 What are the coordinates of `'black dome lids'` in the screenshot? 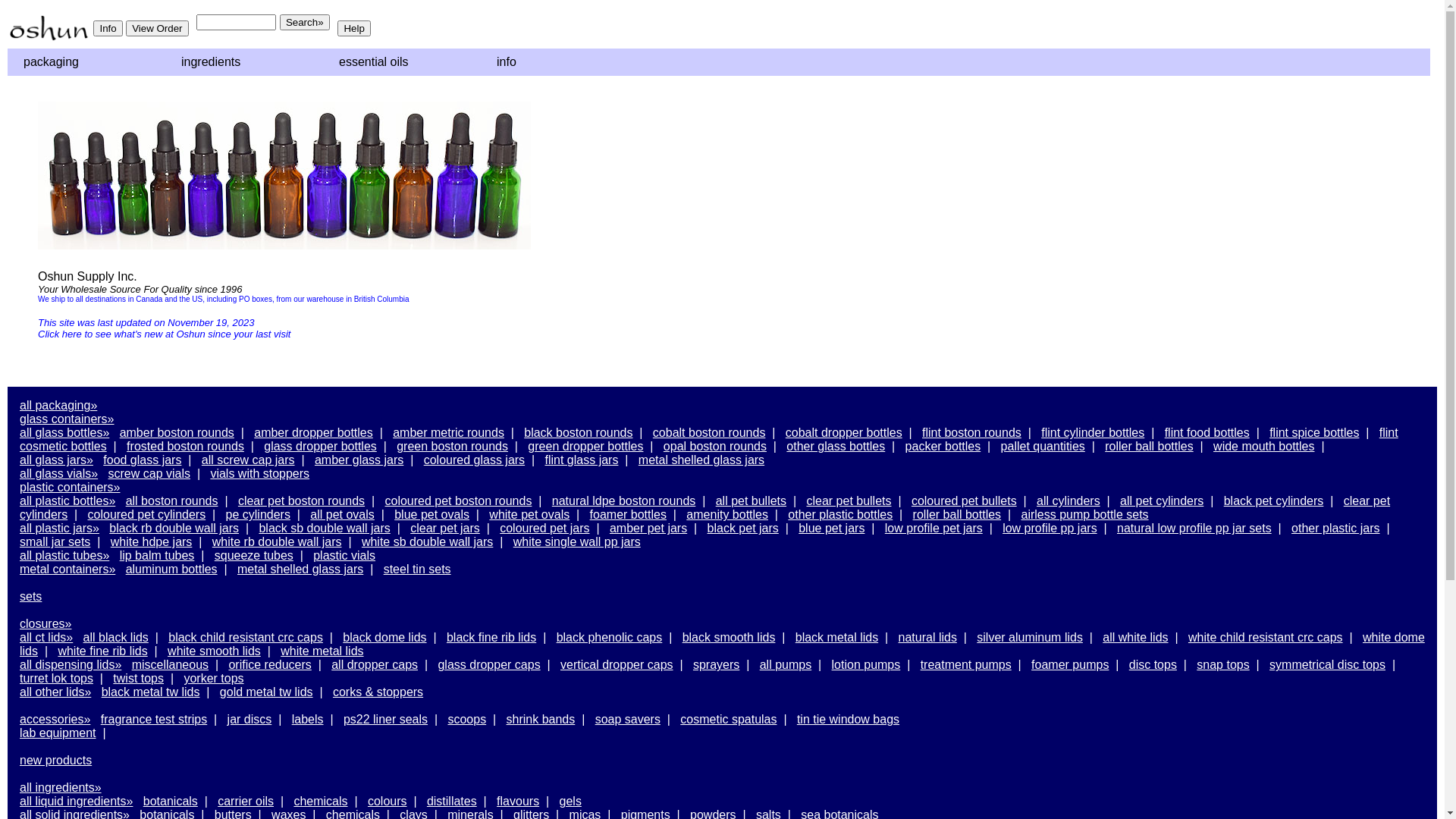 It's located at (384, 637).